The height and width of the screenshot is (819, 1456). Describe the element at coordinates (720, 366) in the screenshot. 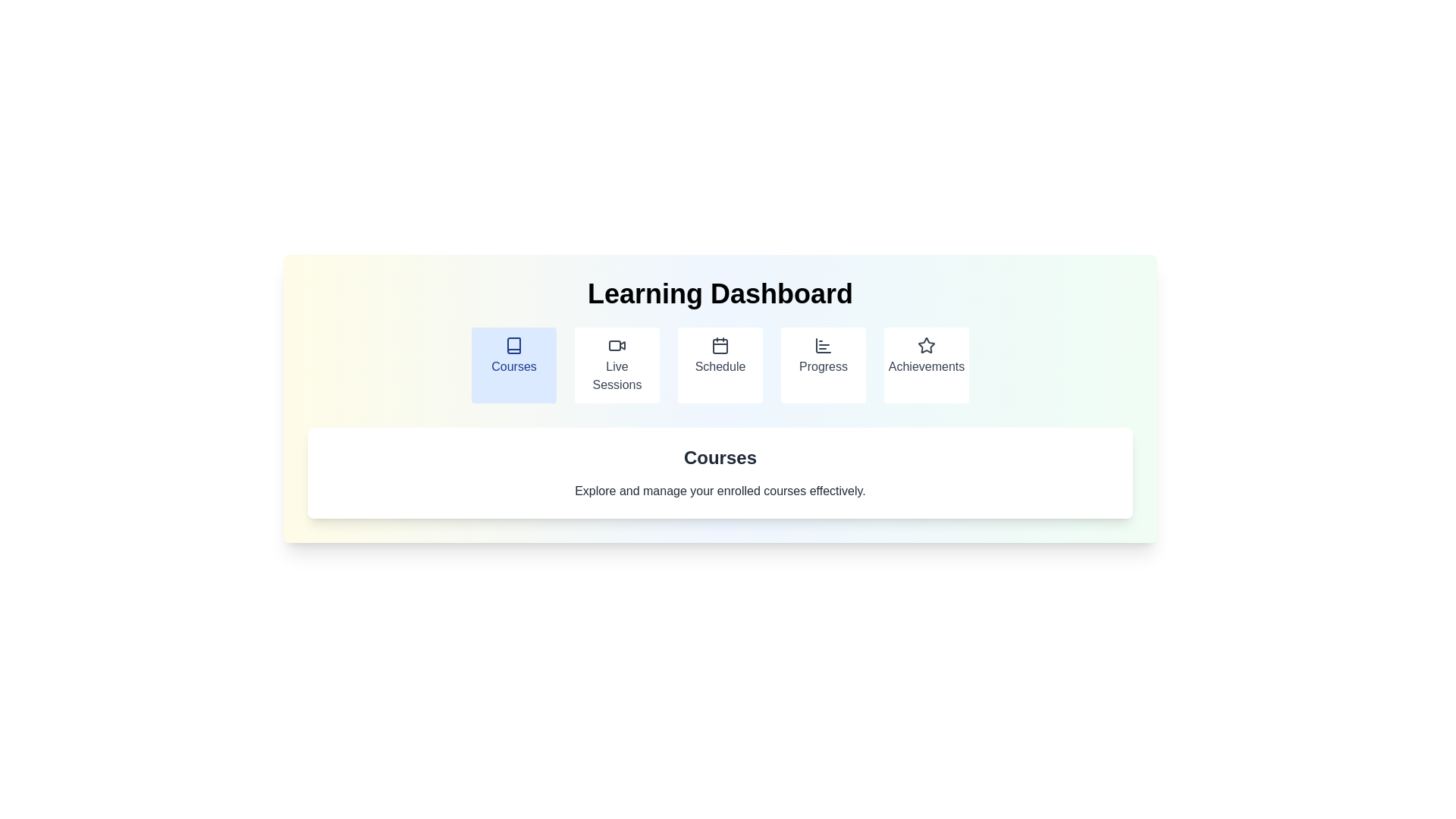

I see `the 'Schedule' text label button with a calendar icon` at that location.